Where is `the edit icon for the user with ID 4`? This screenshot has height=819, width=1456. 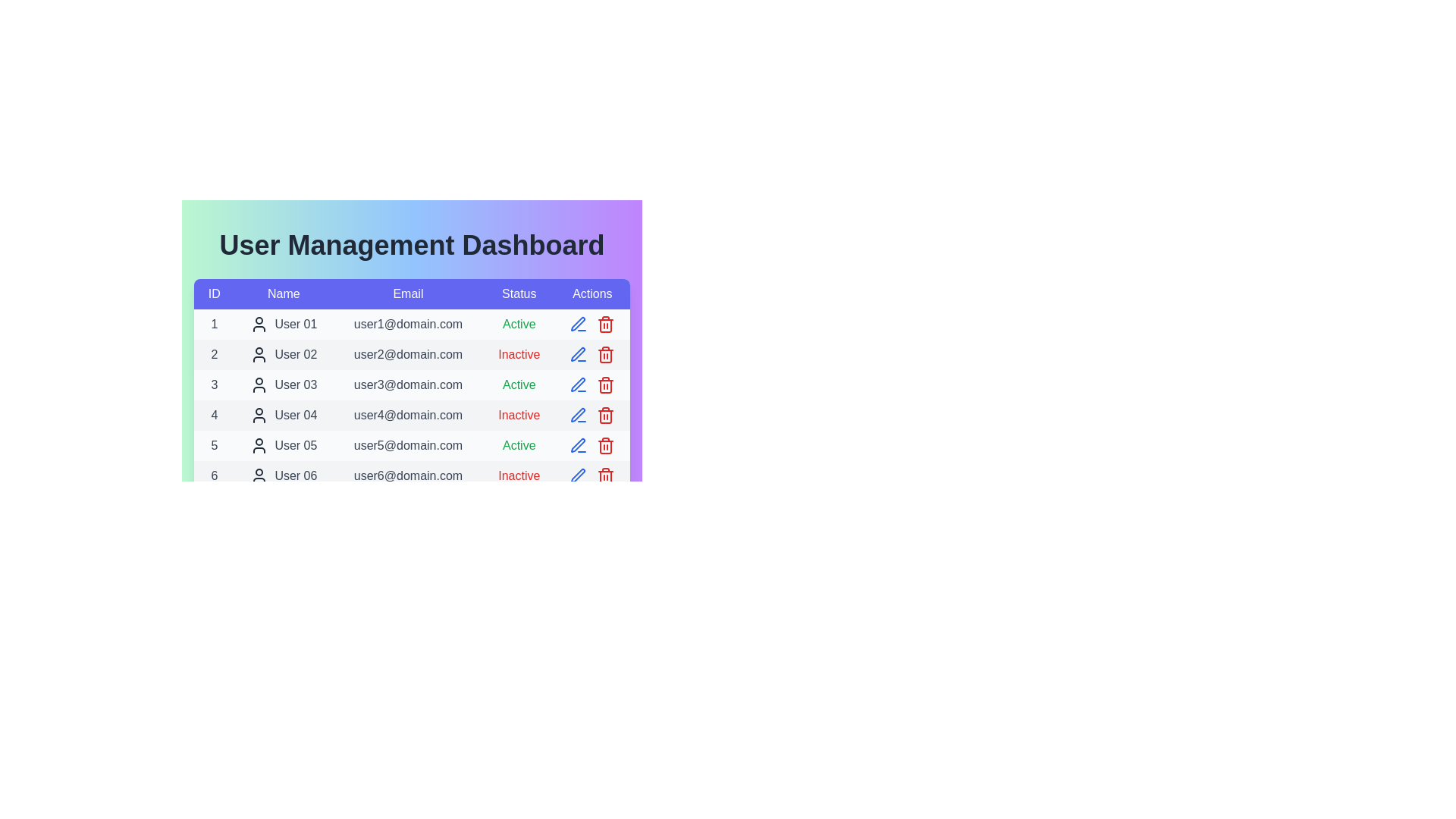 the edit icon for the user with ID 4 is located at coordinates (578, 415).